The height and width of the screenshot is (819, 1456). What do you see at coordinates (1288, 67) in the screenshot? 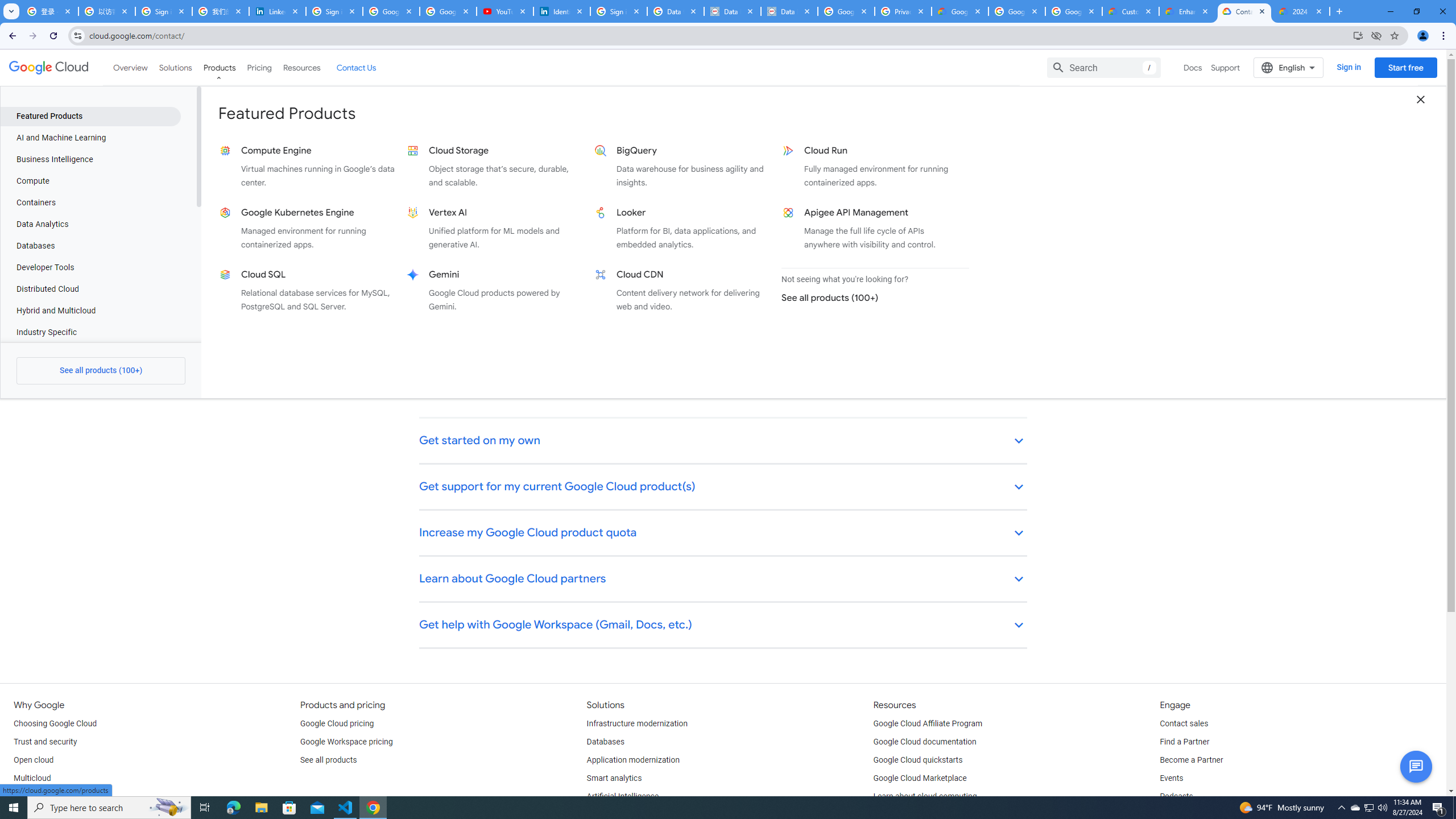
I see `'English'` at bounding box center [1288, 67].